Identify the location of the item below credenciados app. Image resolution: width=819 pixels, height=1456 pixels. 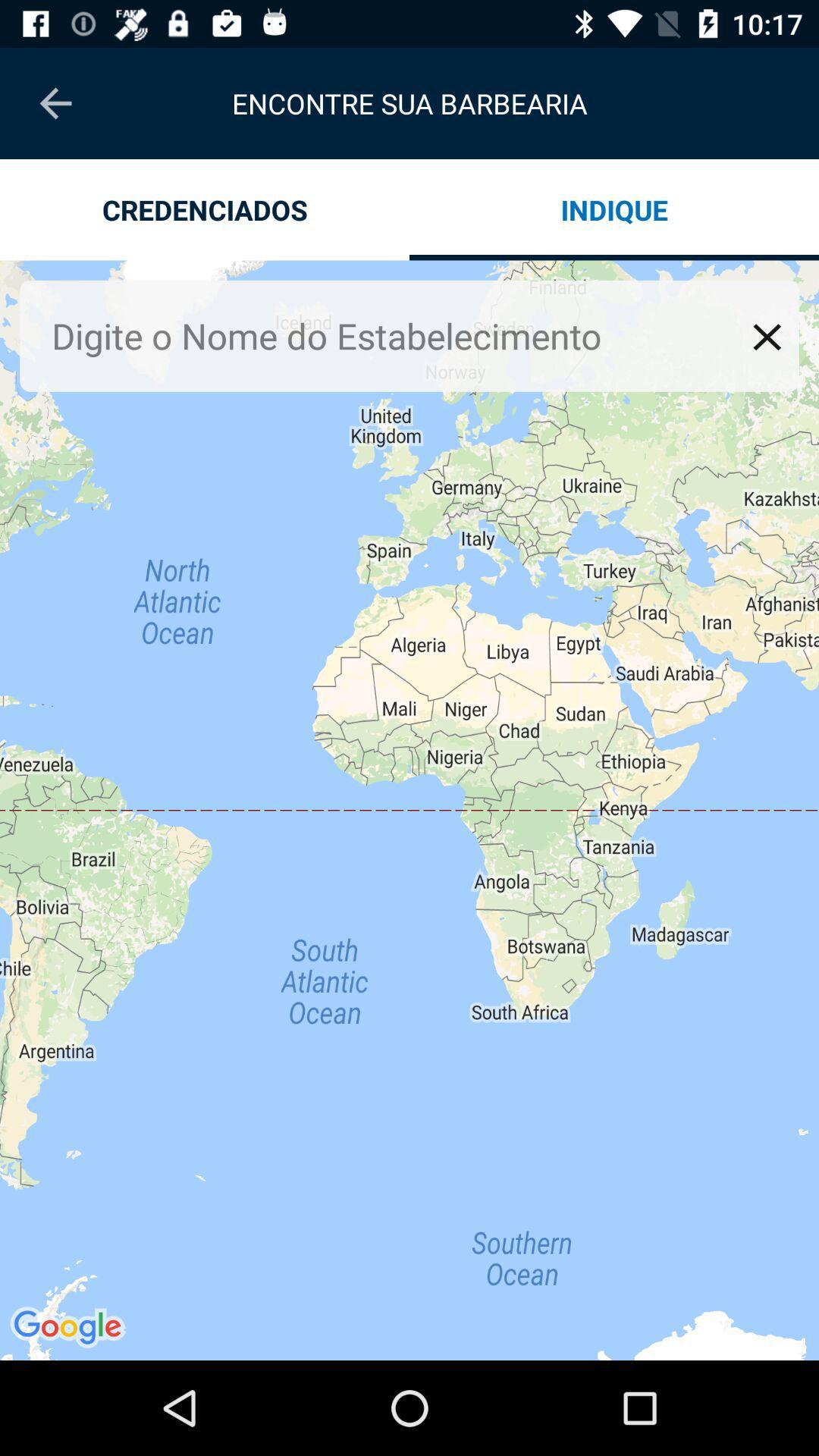
(409, 809).